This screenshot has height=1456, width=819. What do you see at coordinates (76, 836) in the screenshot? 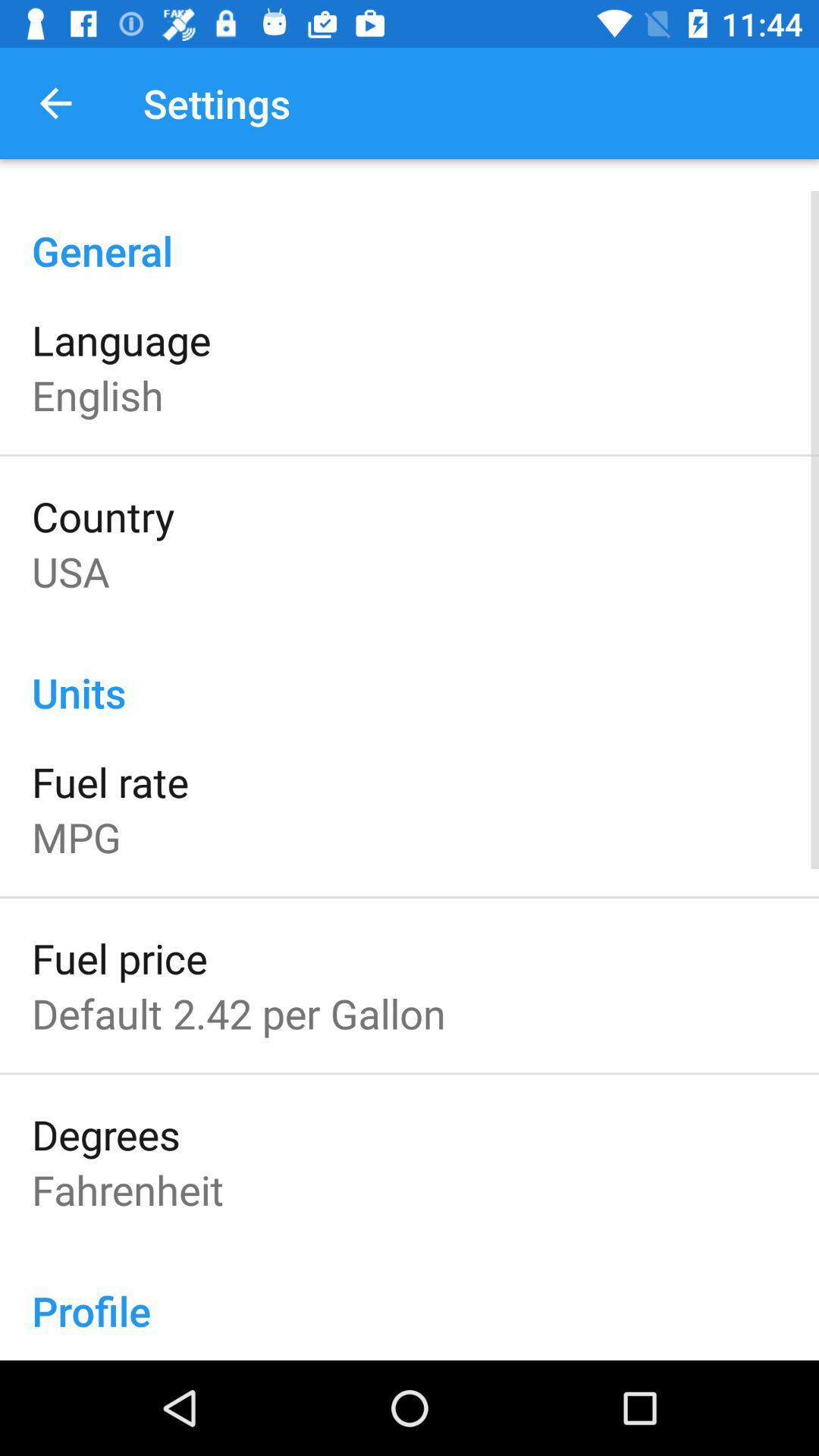
I see `mpg item` at bounding box center [76, 836].